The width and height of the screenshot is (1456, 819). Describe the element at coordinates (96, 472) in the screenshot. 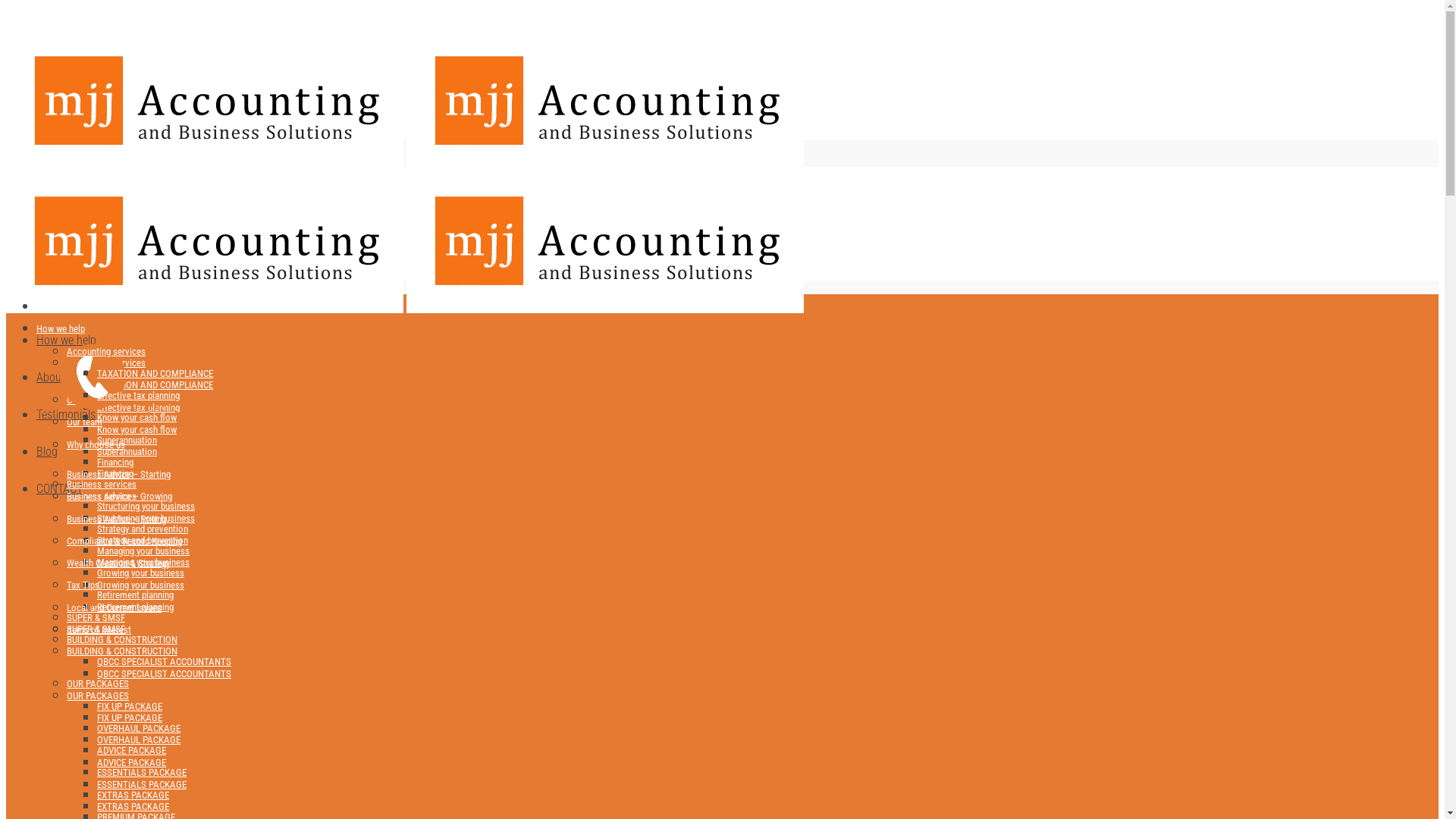

I see `'Financing'` at that location.